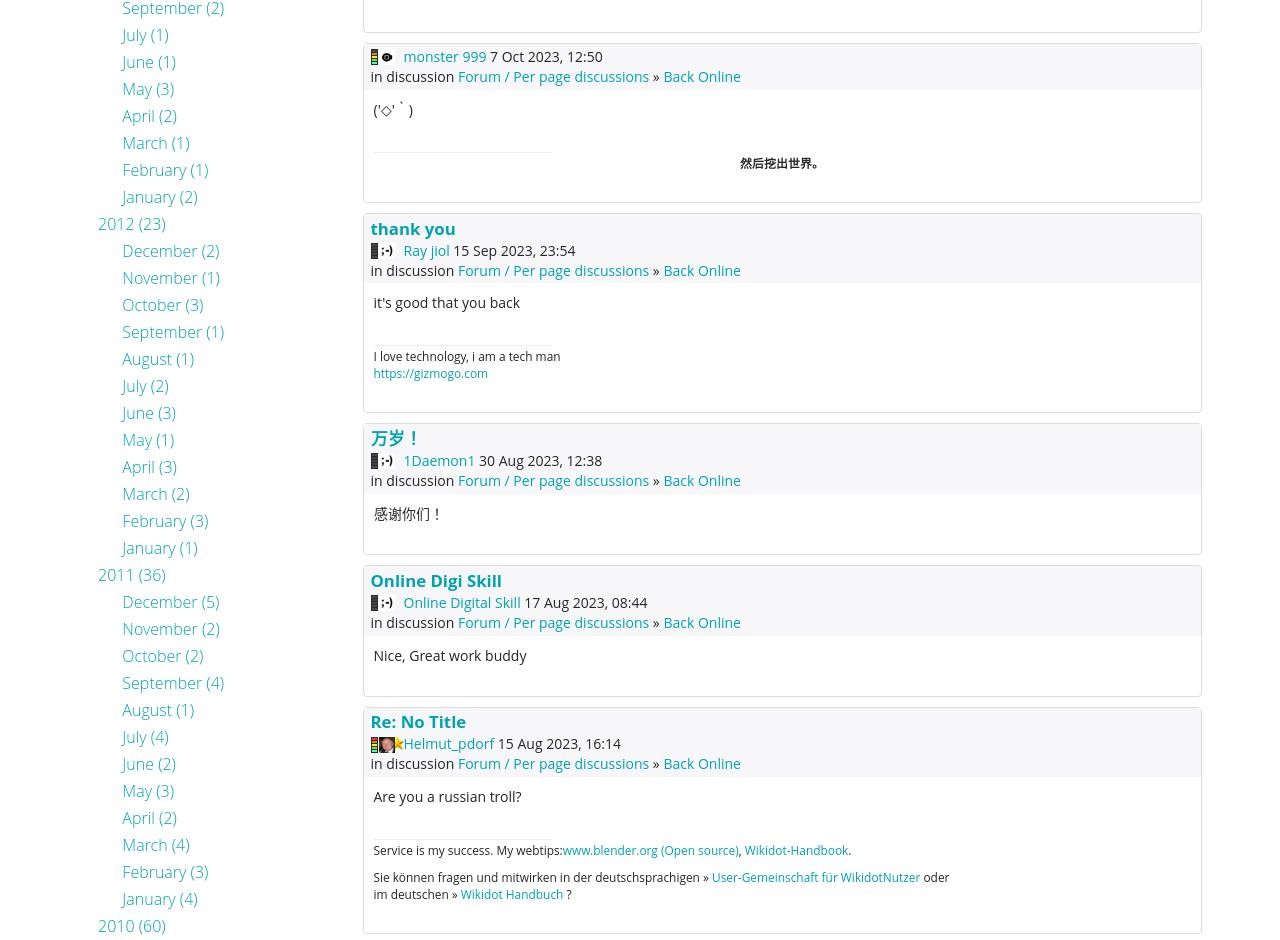 The image size is (1280, 940). What do you see at coordinates (154, 843) in the screenshot?
I see `'March (4)'` at bounding box center [154, 843].